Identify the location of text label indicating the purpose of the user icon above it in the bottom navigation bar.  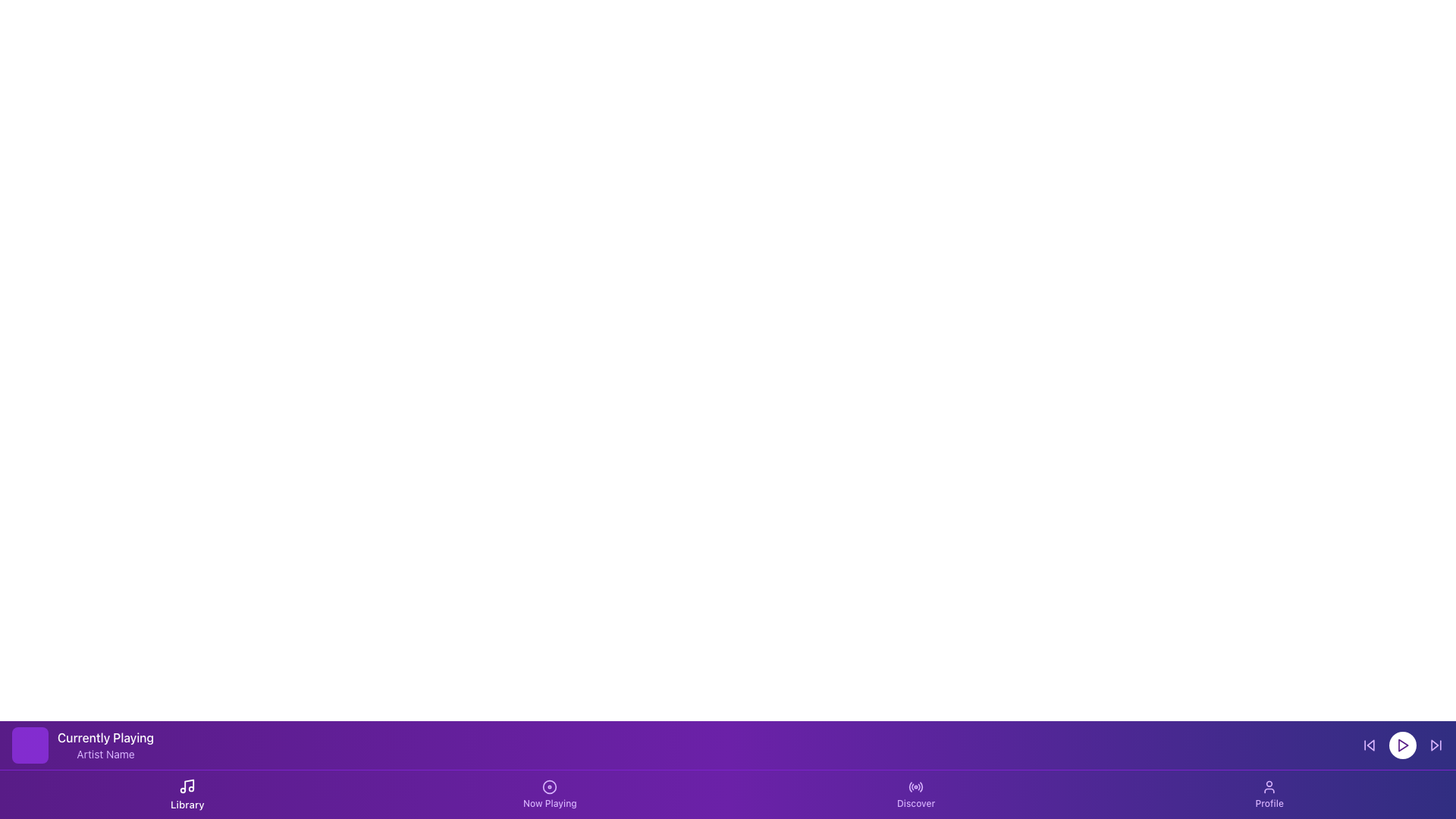
(1269, 803).